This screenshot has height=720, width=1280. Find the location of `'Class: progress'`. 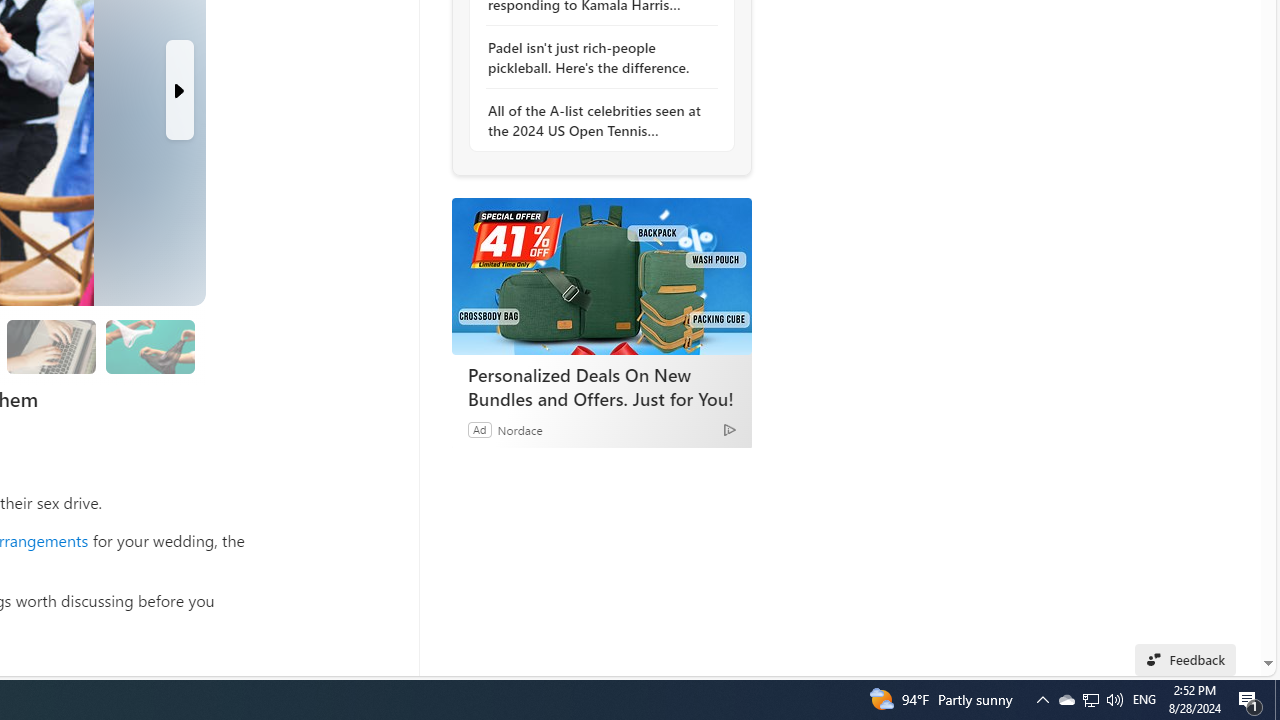

'Class: progress' is located at coordinates (149, 342).